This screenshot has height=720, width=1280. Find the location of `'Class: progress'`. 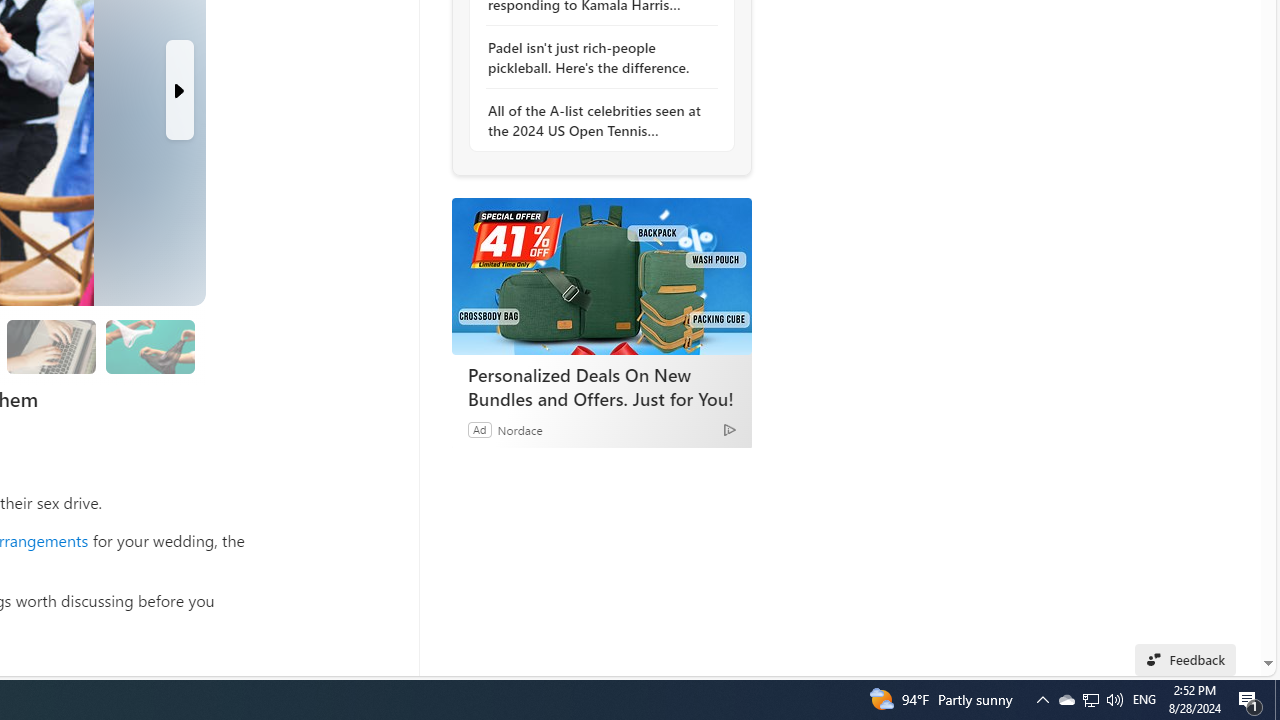

'Class: progress' is located at coordinates (149, 342).